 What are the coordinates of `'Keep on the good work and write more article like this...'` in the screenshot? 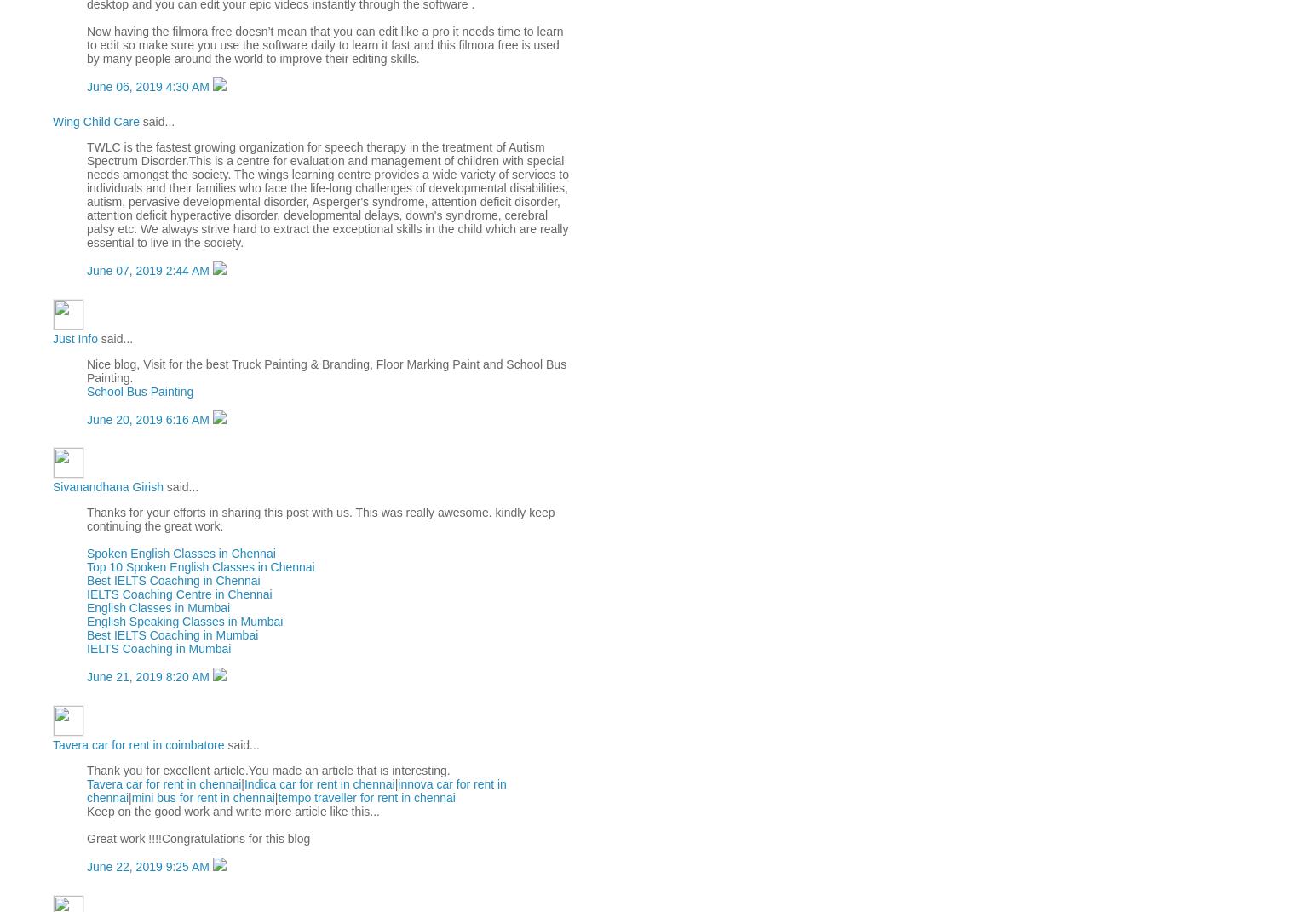 It's located at (233, 810).